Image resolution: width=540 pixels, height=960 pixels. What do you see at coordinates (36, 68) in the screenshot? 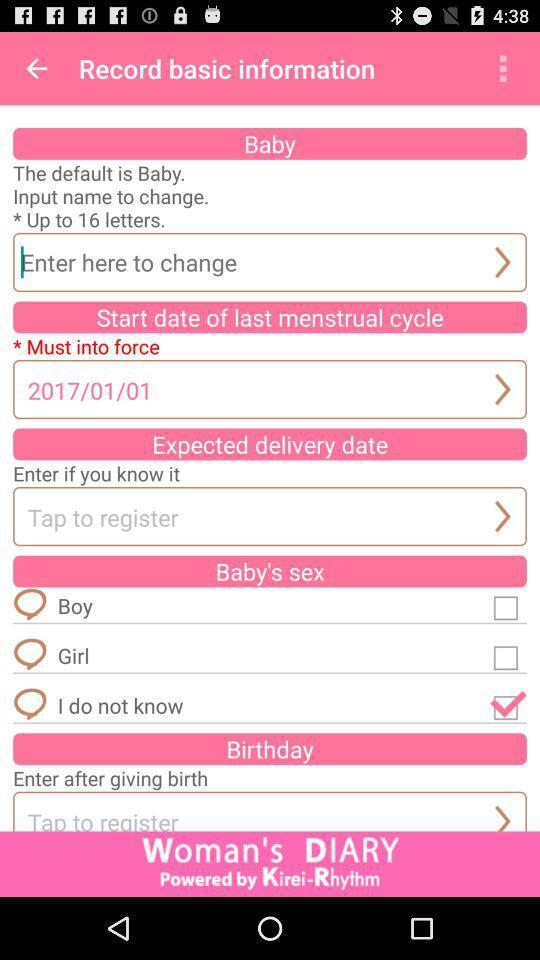
I see `icon next to record basic information item` at bounding box center [36, 68].